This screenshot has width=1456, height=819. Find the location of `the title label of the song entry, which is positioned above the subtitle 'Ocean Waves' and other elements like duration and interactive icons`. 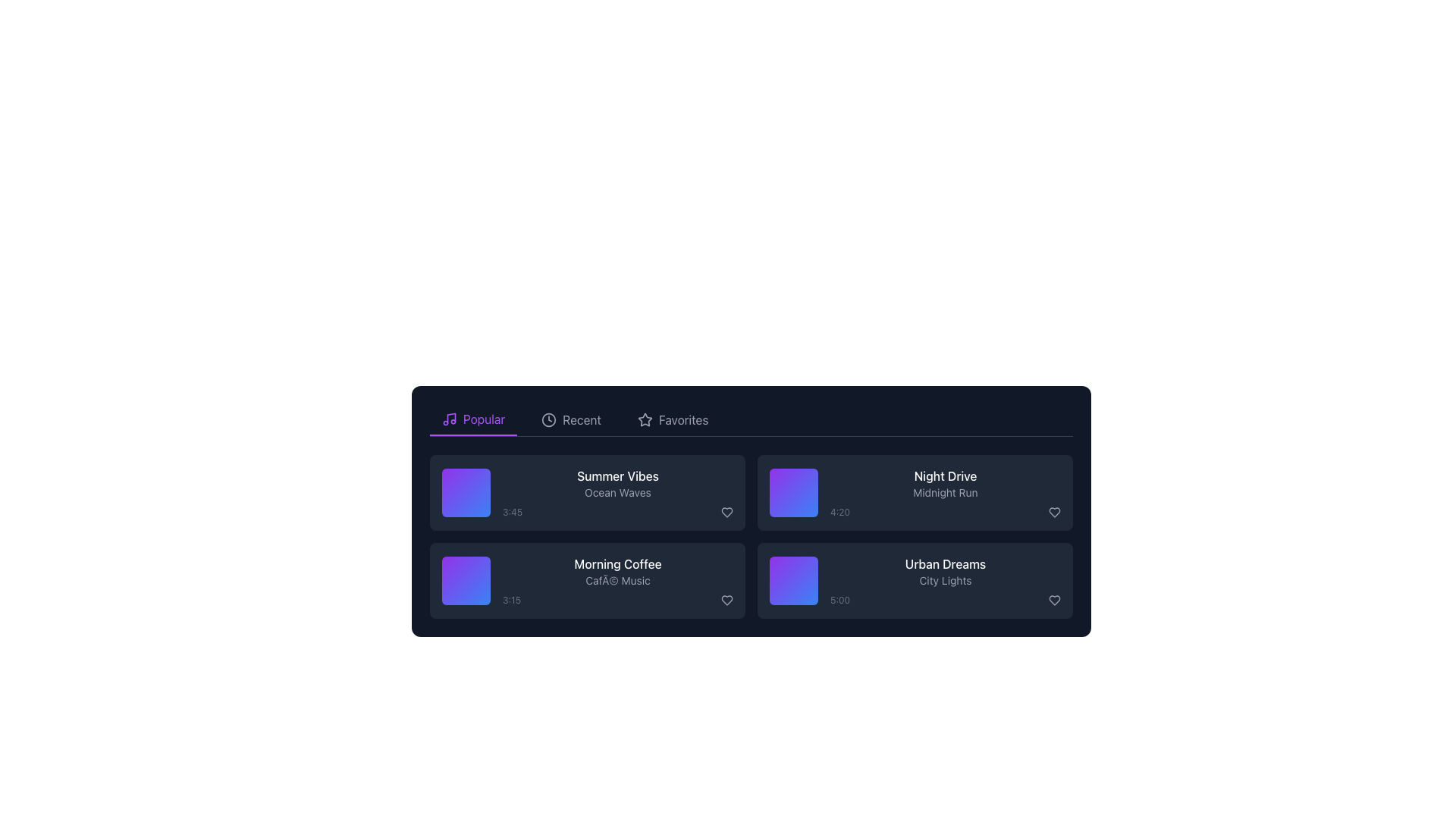

the title label of the song entry, which is positioned above the subtitle 'Ocean Waves' and other elements like duration and interactive icons is located at coordinates (618, 475).